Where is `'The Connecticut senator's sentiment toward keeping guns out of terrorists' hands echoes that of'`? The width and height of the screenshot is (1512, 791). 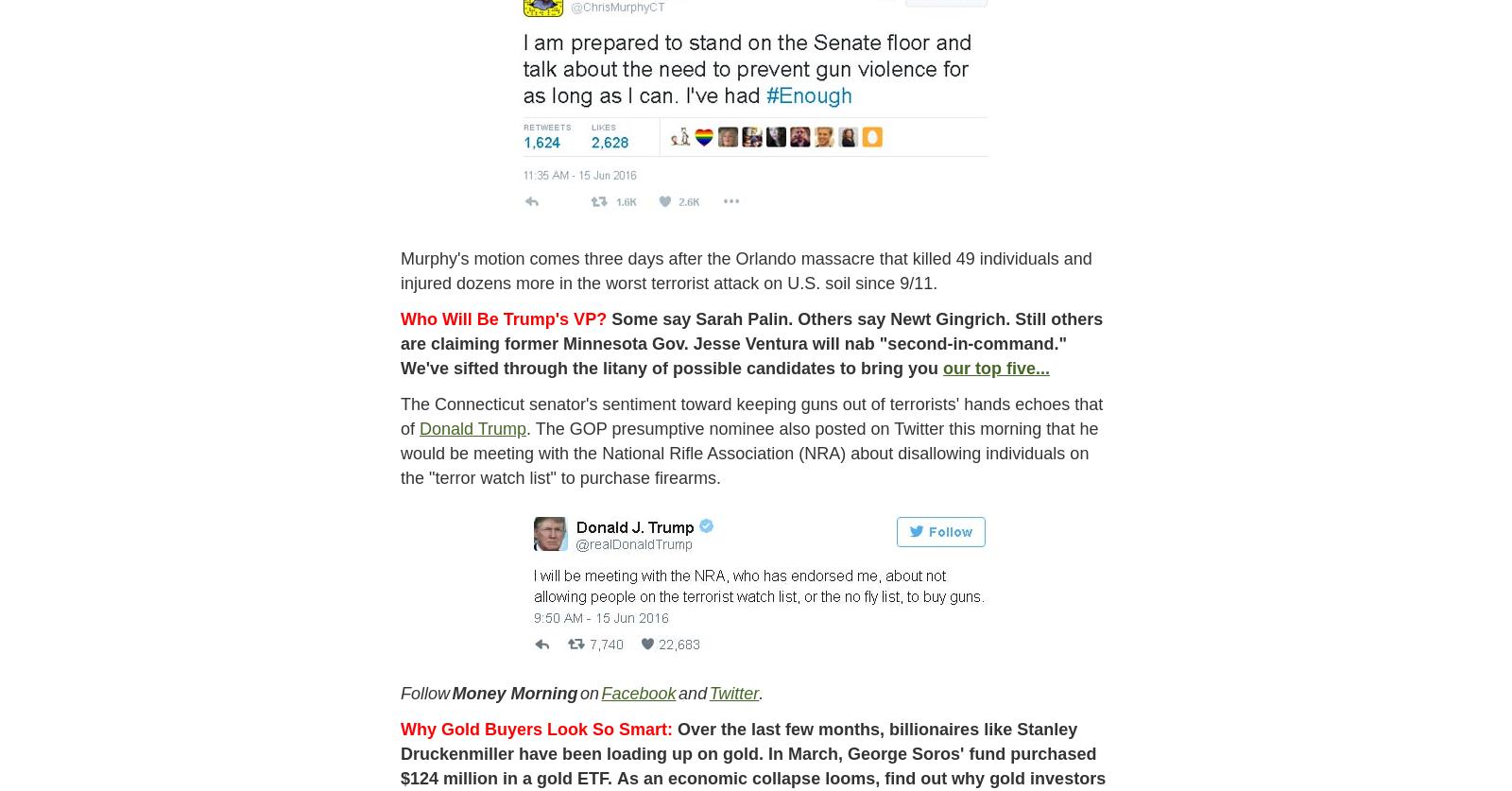
'The Connecticut senator's sentiment toward keeping guns out of terrorists' hands echoes that of' is located at coordinates (751, 415).